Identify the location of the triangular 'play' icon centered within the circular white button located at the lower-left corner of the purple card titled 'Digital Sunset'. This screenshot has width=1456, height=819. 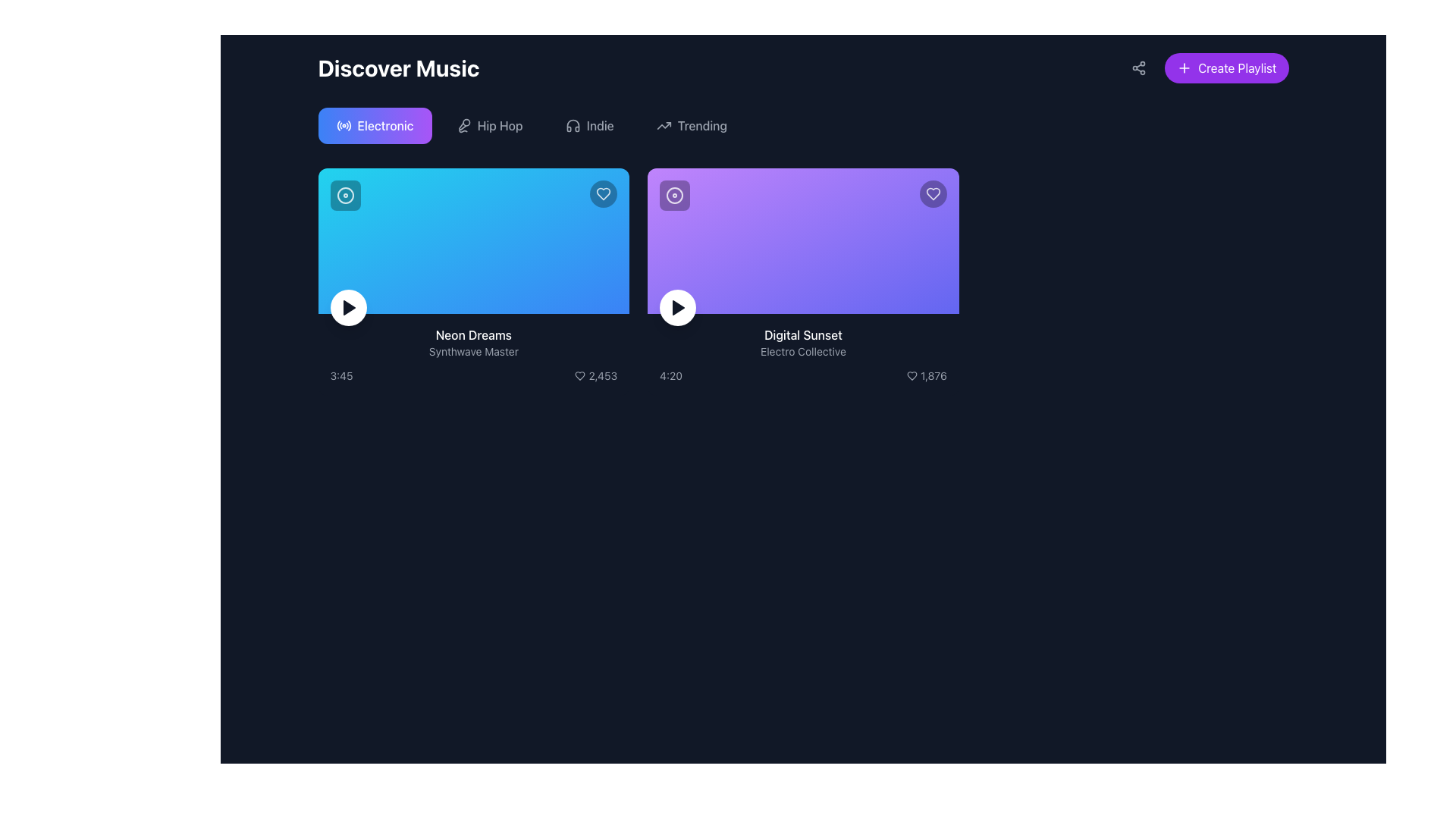
(677, 307).